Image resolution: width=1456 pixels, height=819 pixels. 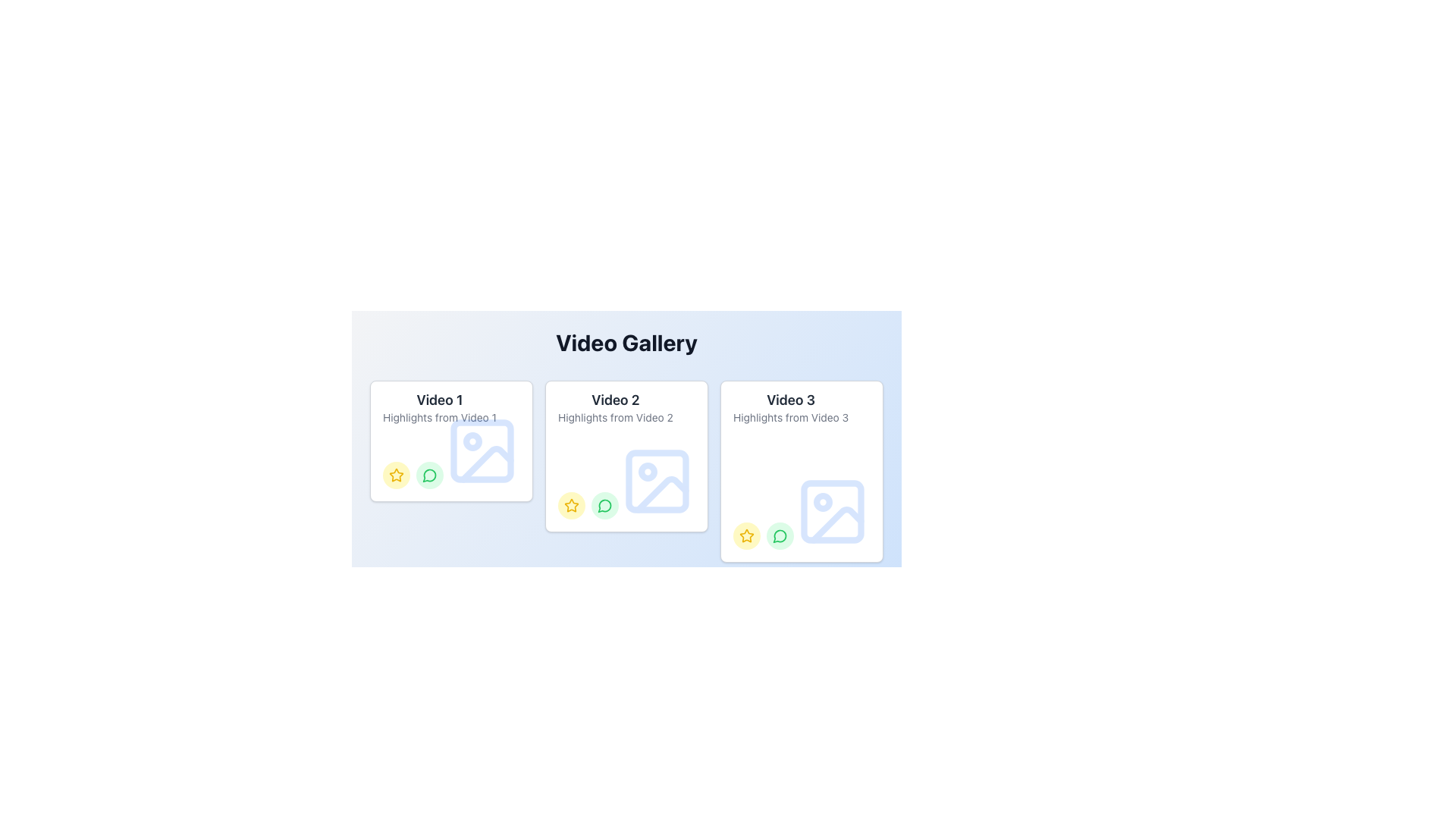 What do you see at coordinates (615, 400) in the screenshot?
I see `the static text element displaying 'Video 2', which is styled in a bold font and positioned at the top of the second card in a horizontally aligned grid of video content` at bounding box center [615, 400].